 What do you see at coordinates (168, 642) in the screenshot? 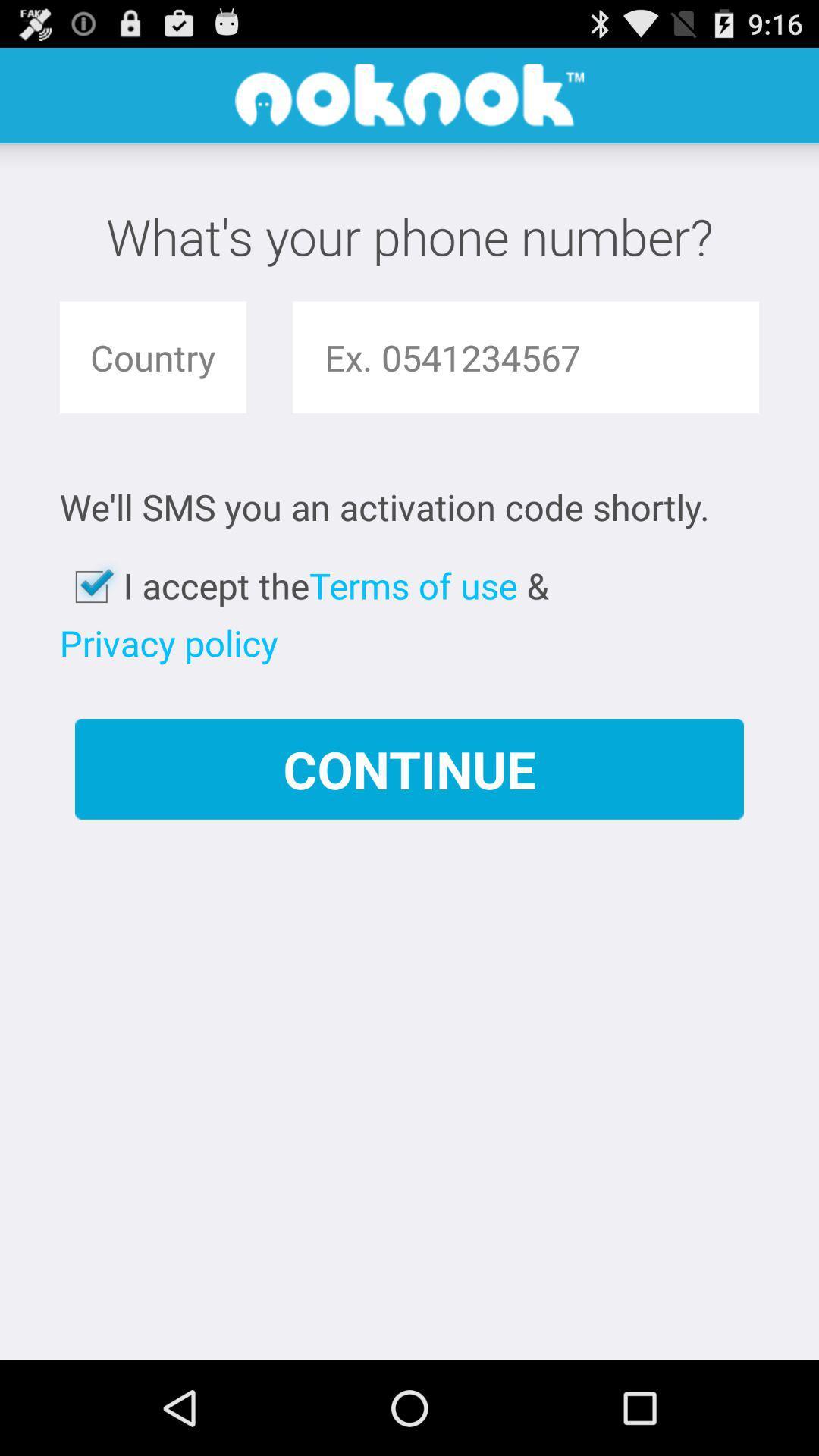
I see `the privacy policy app` at bounding box center [168, 642].